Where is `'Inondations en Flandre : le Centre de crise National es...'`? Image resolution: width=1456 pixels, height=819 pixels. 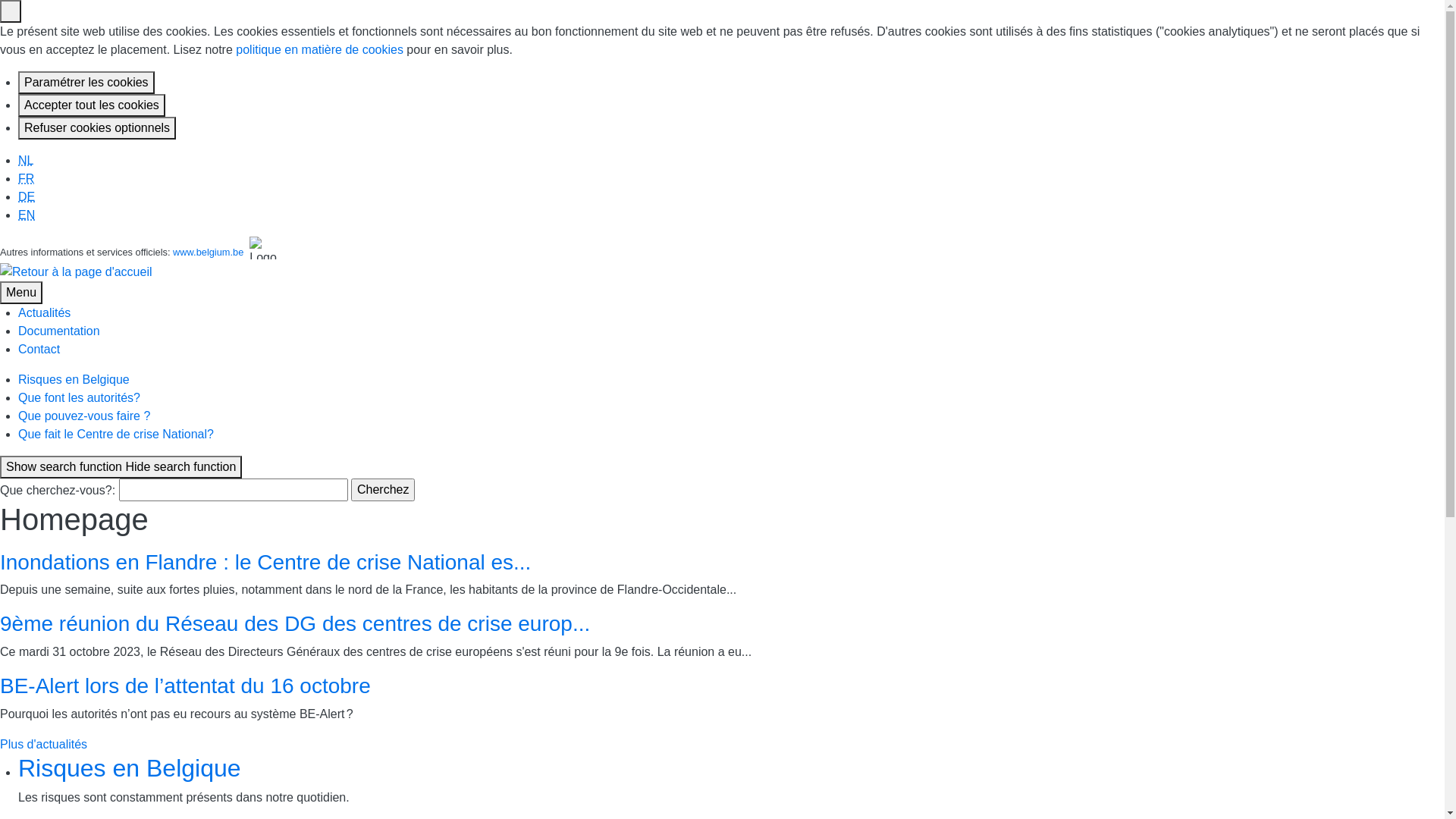
'Inondations en Flandre : le Centre de crise National es...' is located at coordinates (265, 562).